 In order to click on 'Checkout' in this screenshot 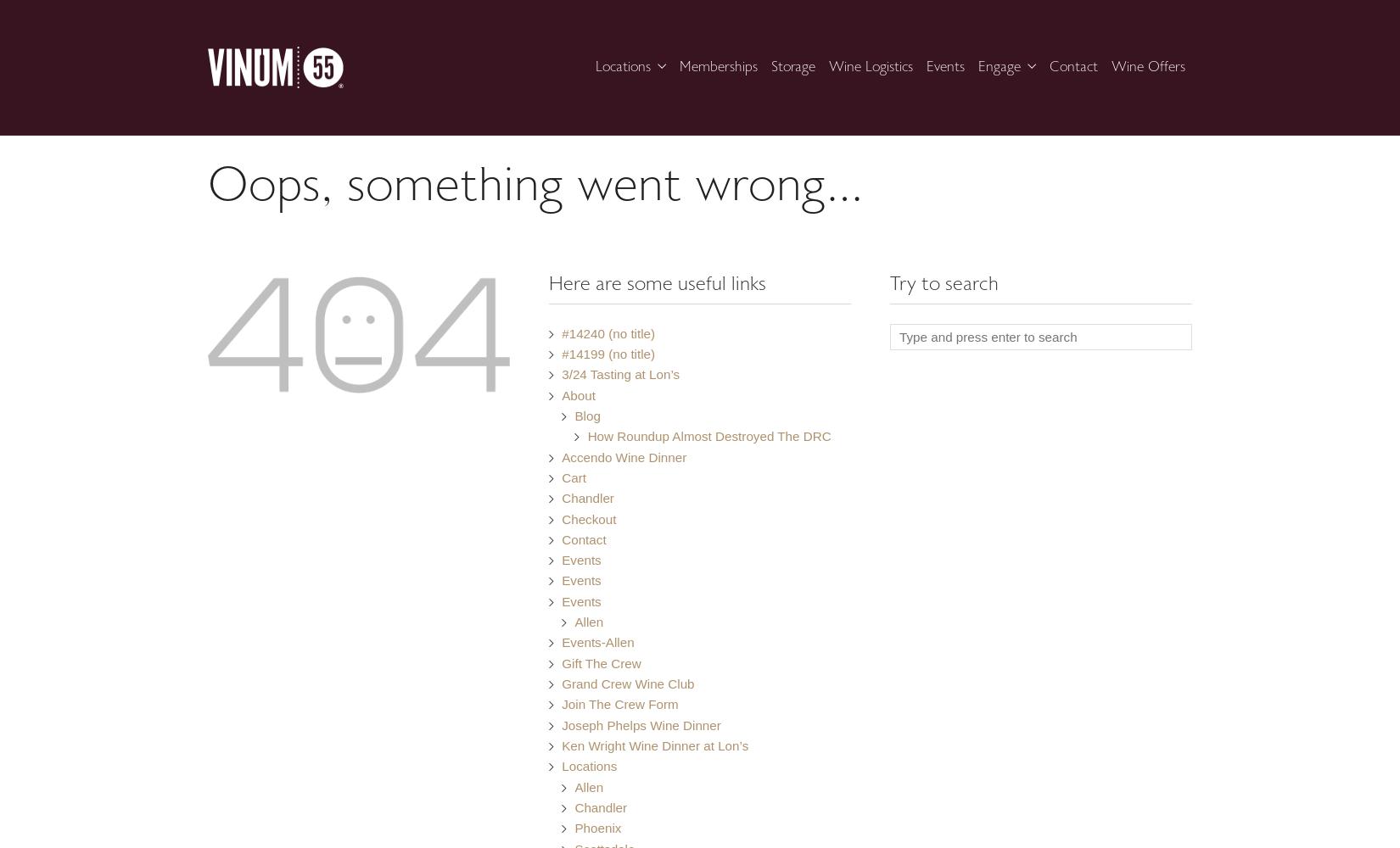, I will do `click(560, 517)`.